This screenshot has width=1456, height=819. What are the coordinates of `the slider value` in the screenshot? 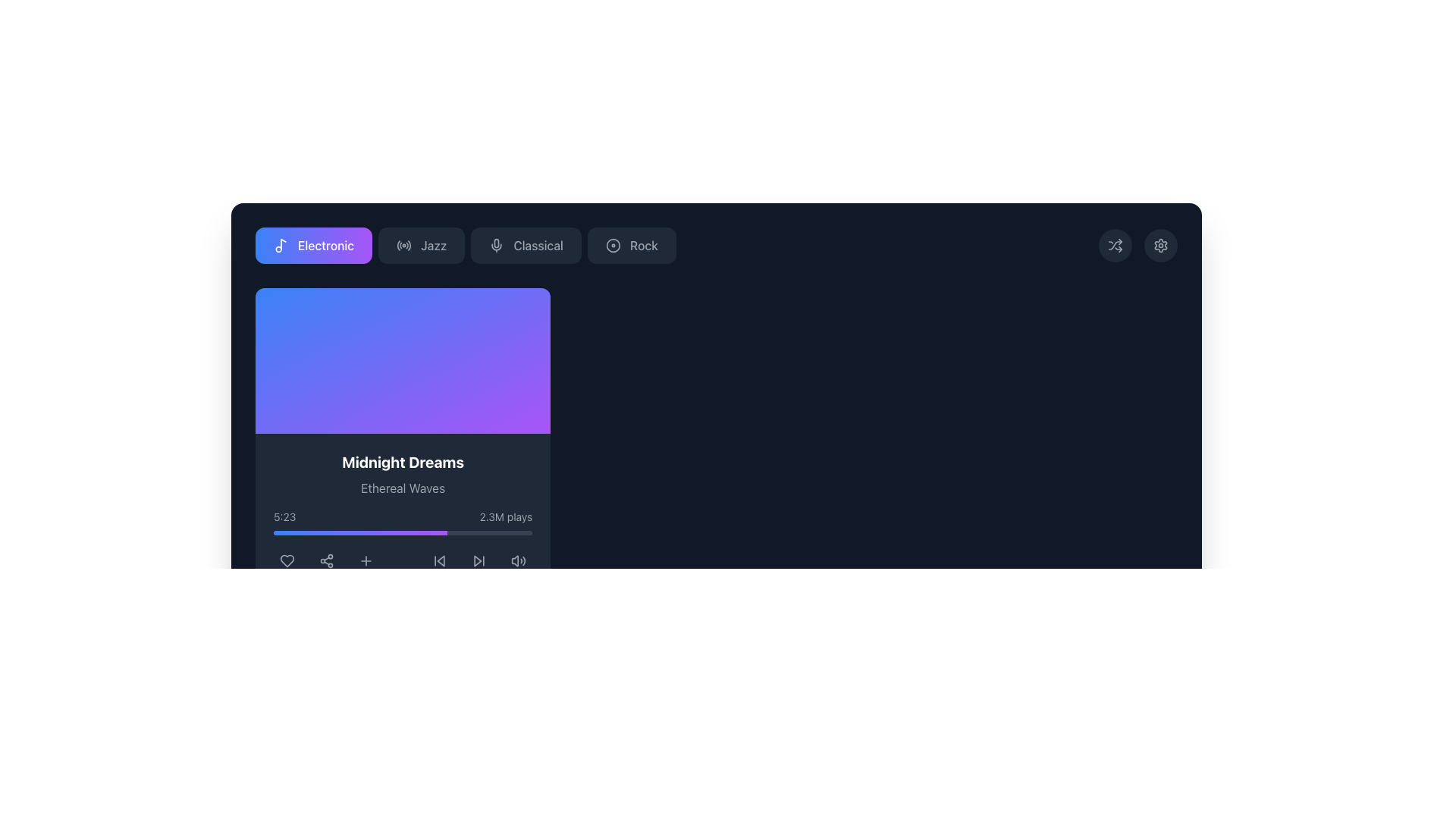 It's located at (390, 532).